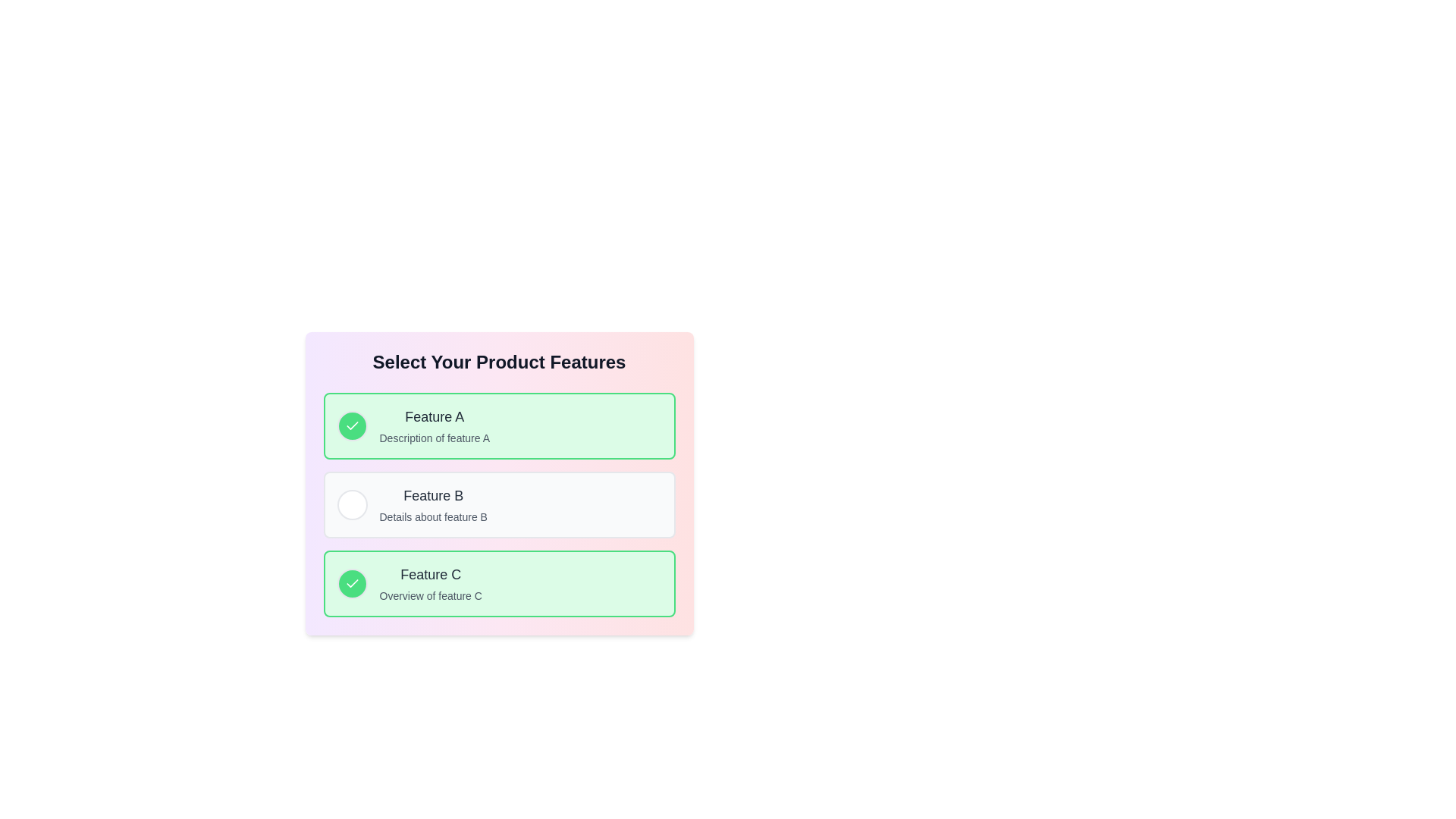 This screenshot has height=819, width=1456. What do you see at coordinates (351, 583) in the screenshot?
I see `the Selection indicator, a circular button with a green background and a white checkmark, located within the third feature card ('Feature C')` at bounding box center [351, 583].